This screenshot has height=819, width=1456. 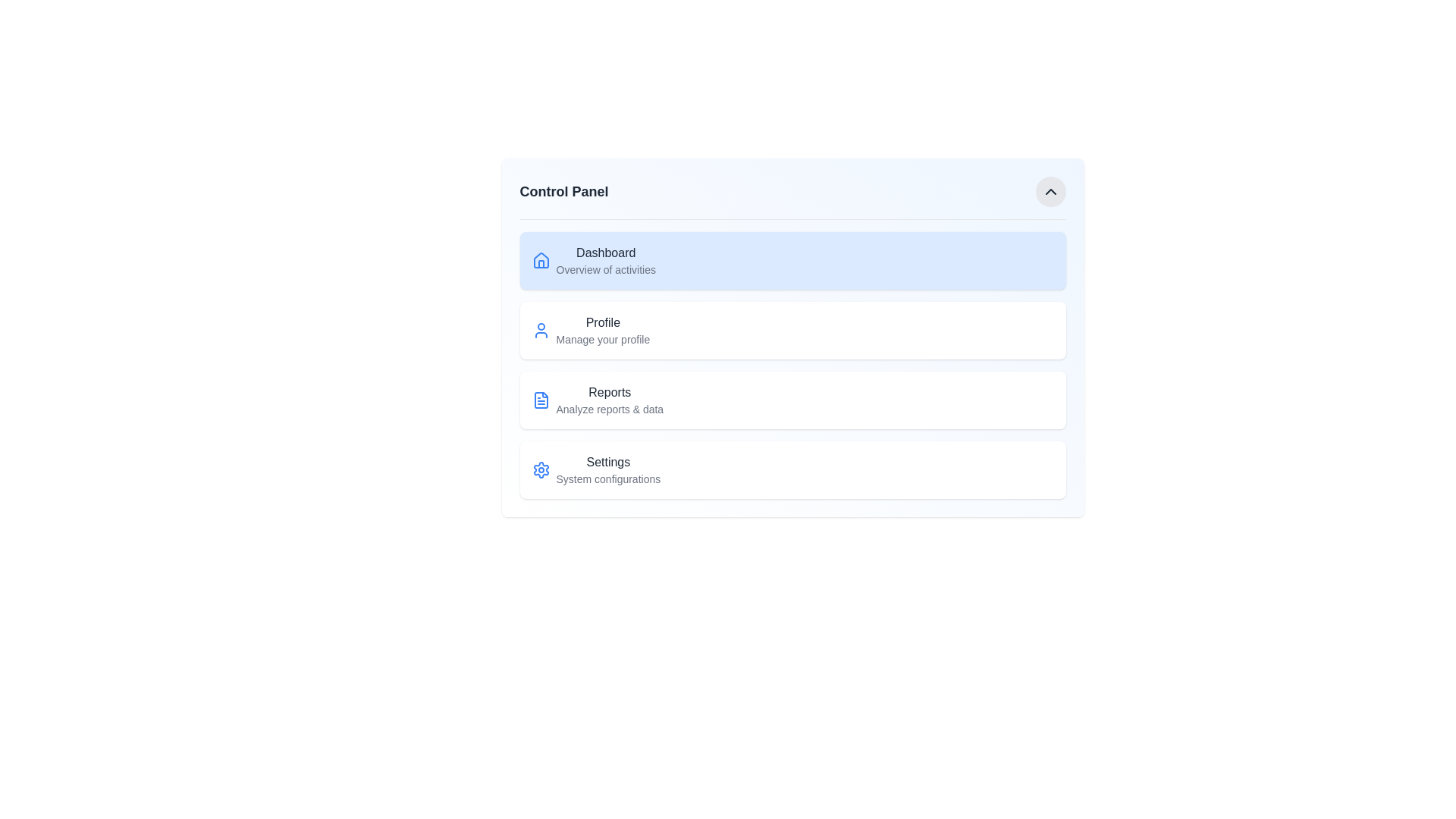 I want to click on the 'Overview of activities' text label, so click(x=605, y=268).